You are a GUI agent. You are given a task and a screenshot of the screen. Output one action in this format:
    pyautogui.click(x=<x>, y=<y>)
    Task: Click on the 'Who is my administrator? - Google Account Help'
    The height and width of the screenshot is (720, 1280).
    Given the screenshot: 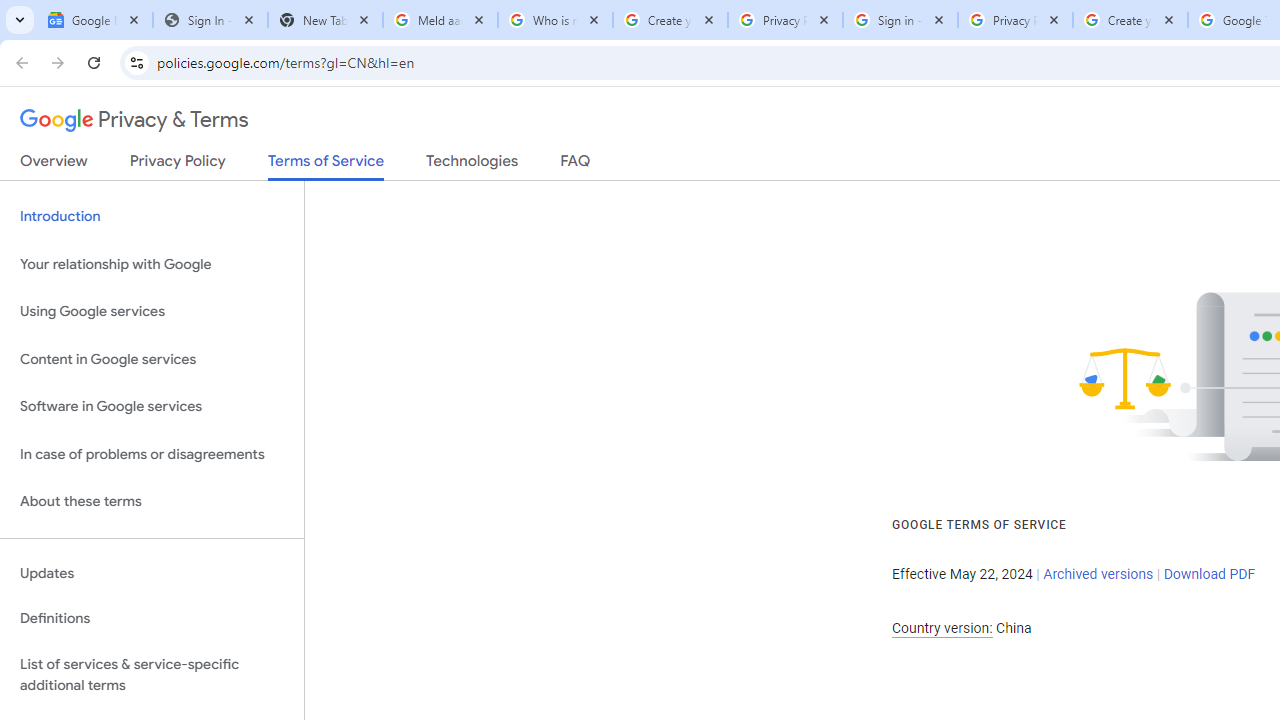 What is the action you would take?
    pyautogui.click(x=555, y=20)
    